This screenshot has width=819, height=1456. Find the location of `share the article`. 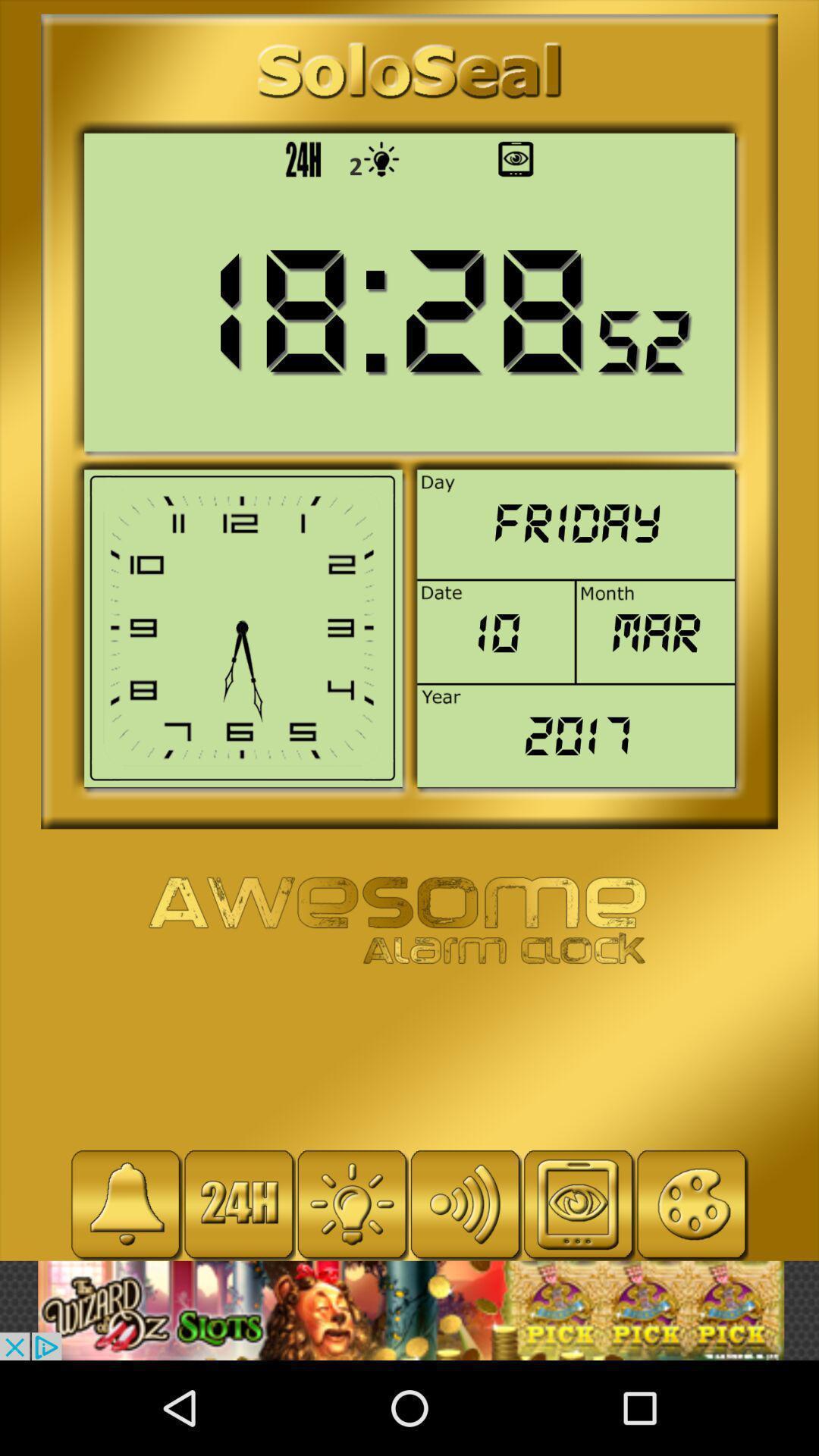

share the article is located at coordinates (409, 1310).